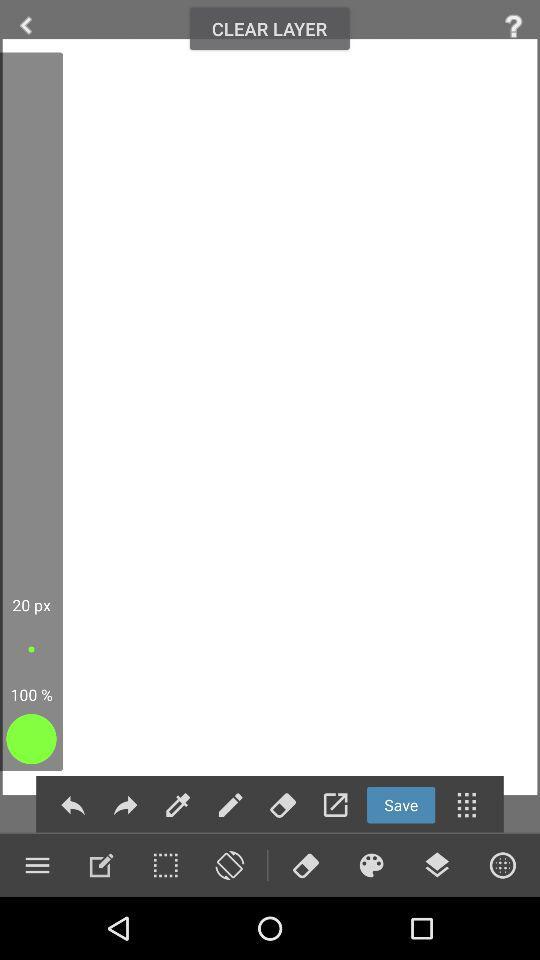  I want to click on the date_range icon, so click(164, 864).